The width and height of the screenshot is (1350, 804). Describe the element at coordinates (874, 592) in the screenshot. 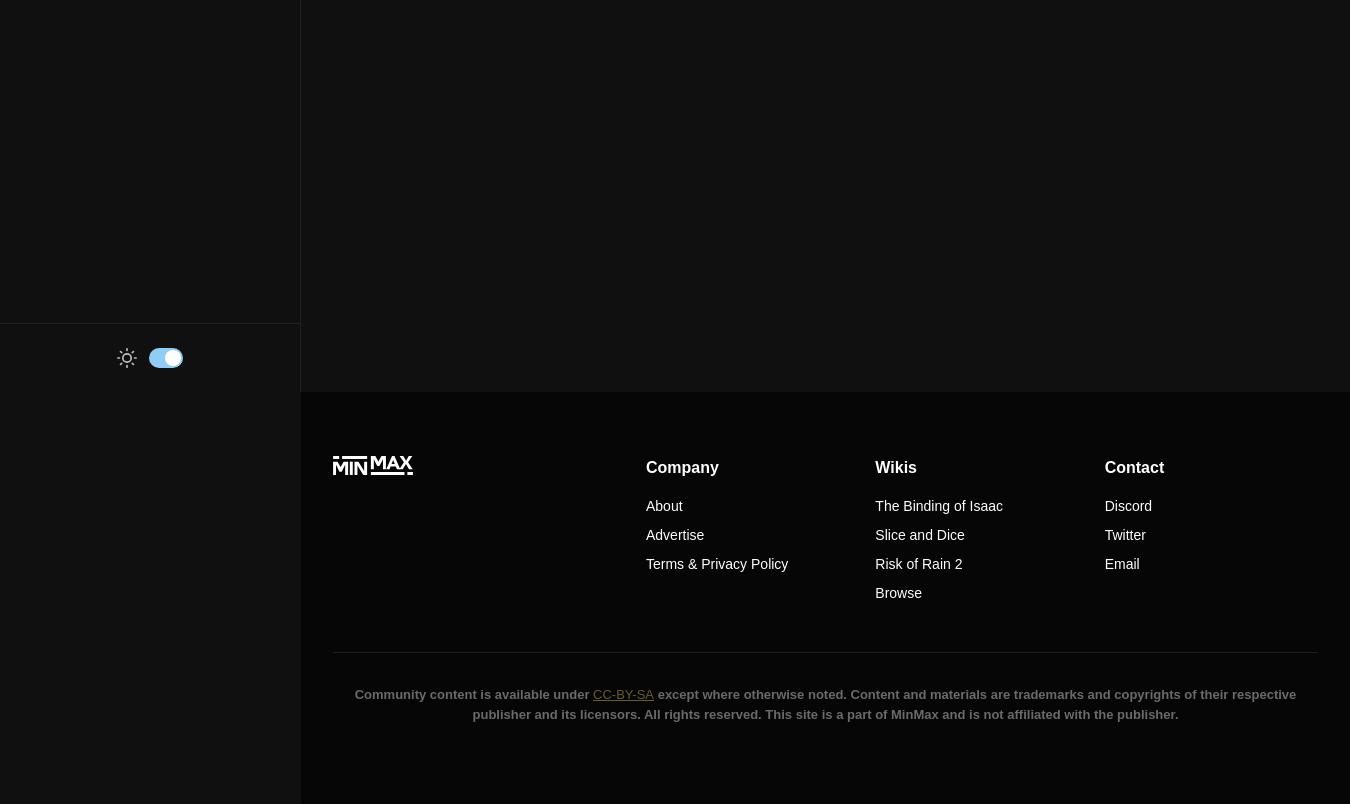

I see `'Browse'` at that location.